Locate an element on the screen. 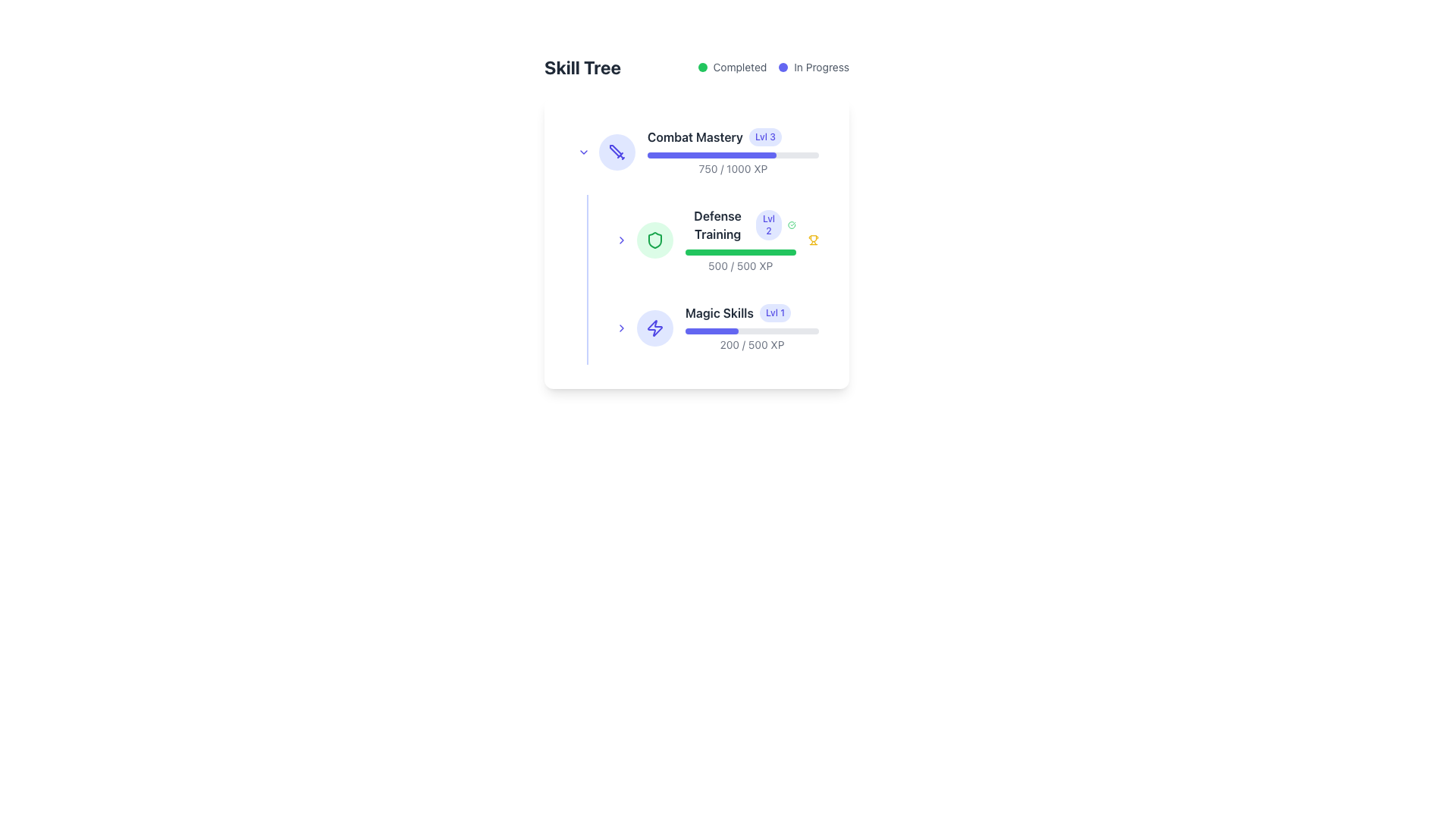  the progress bar segment that indicates the progress made in the 'Combat Mastery' skill within the skill tree UI is located at coordinates (711, 155).